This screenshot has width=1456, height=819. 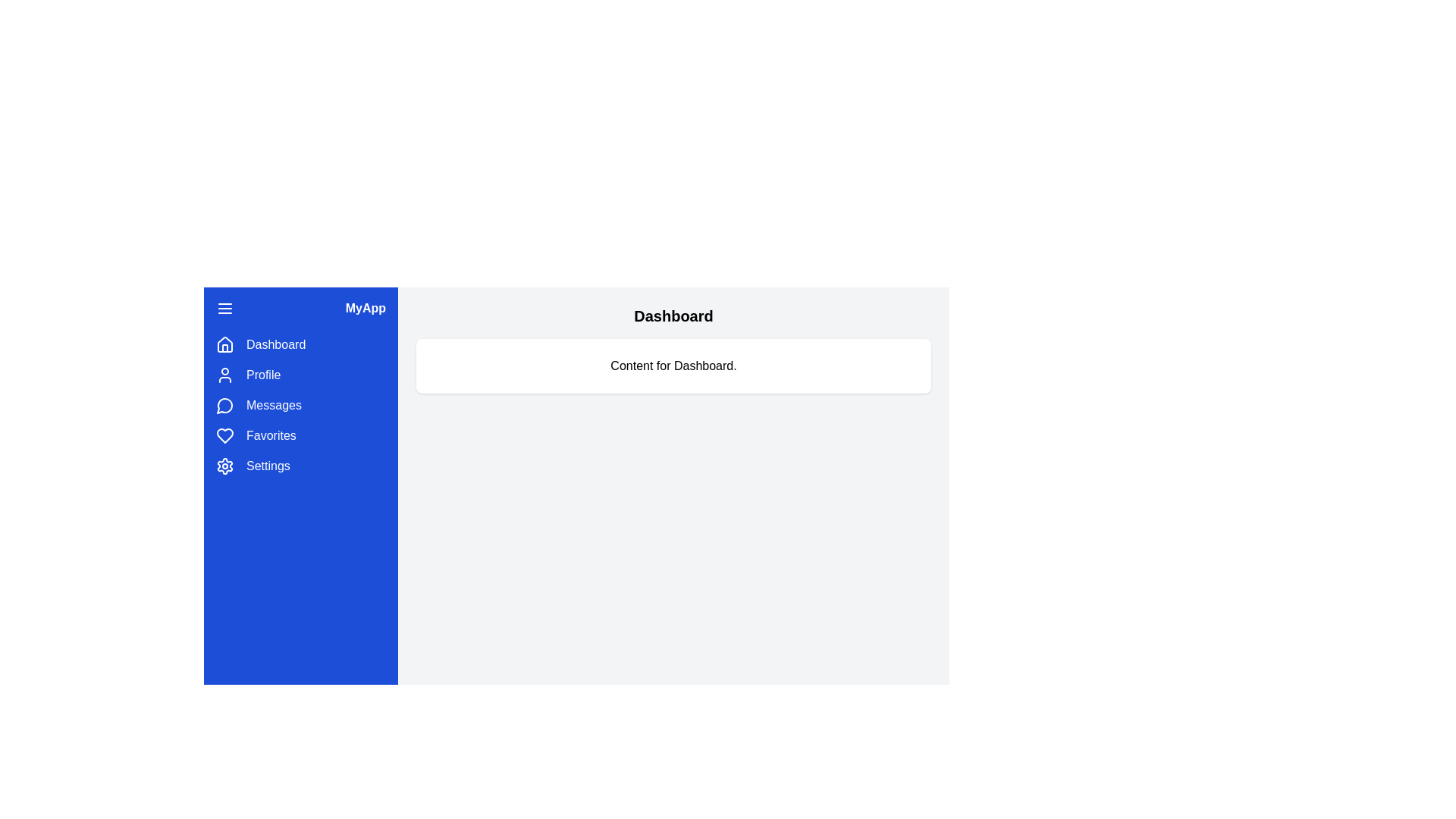 What do you see at coordinates (224, 465) in the screenshot?
I see `the settings icon located in the vertical menu bar on the left side of the interface, which is the fifth option and is associated with the 'Settings' label` at bounding box center [224, 465].